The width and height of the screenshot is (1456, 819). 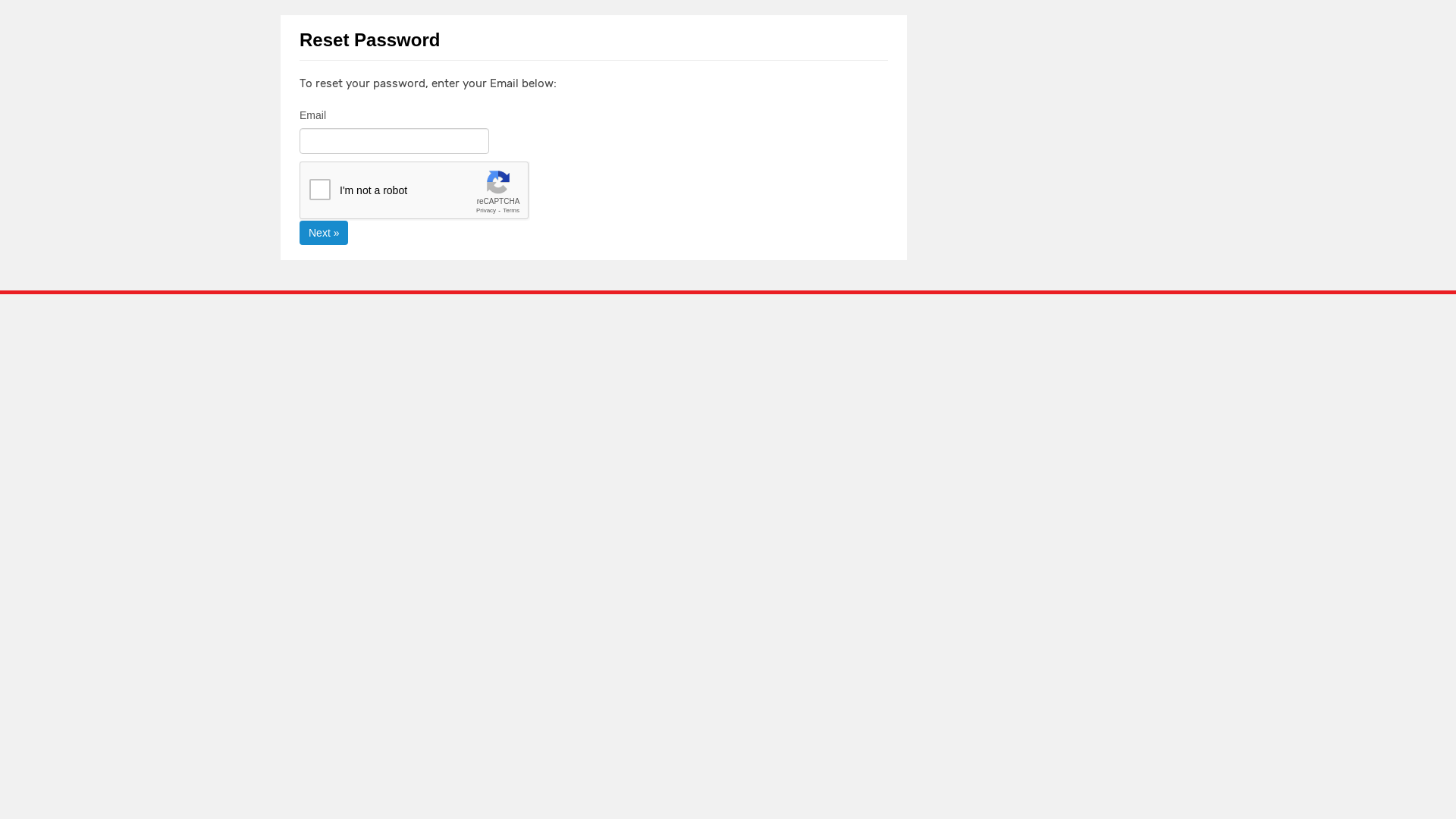 What do you see at coordinates (415, 190) in the screenshot?
I see `'reCAPTCHA'` at bounding box center [415, 190].